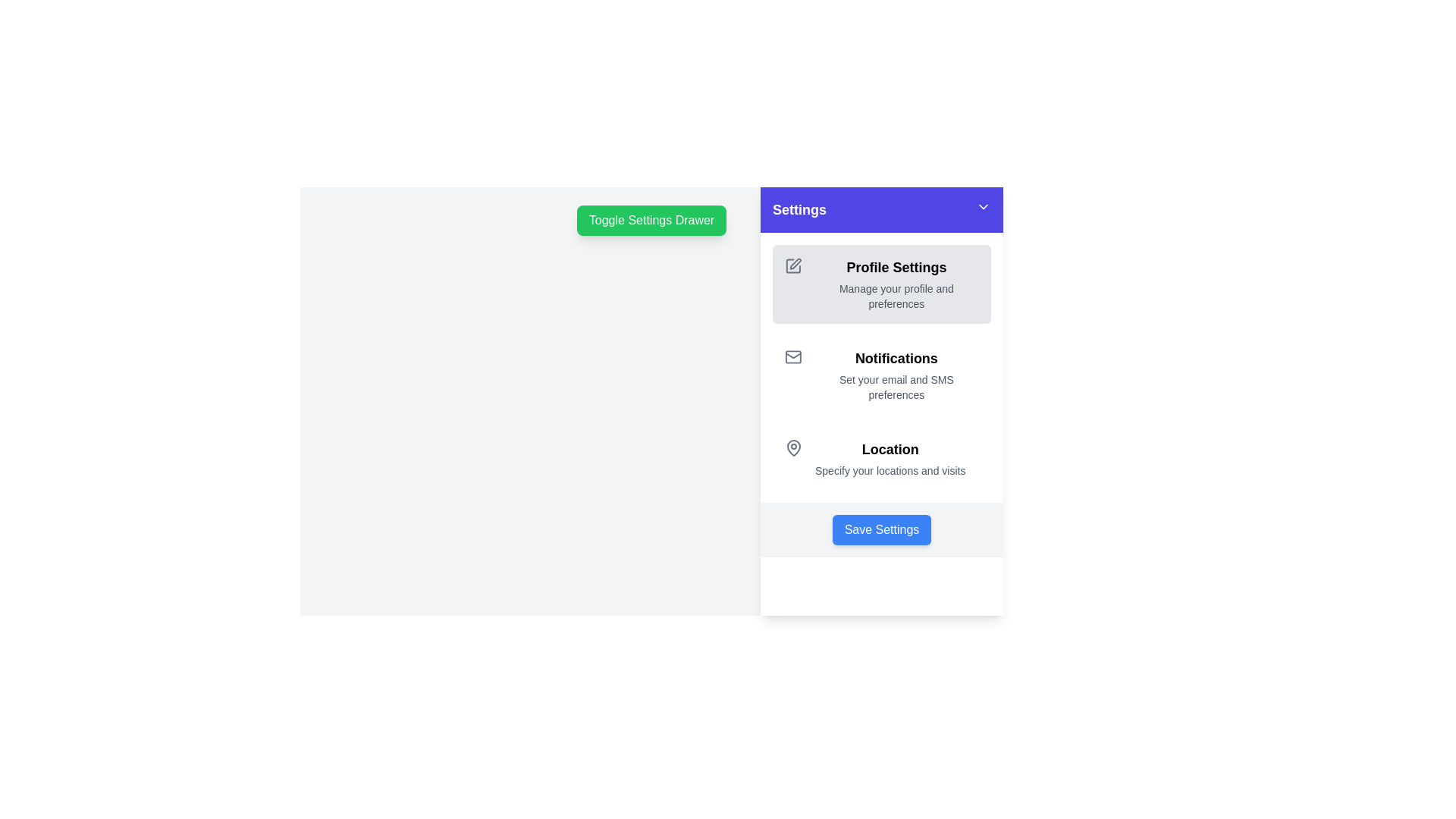  Describe the element at coordinates (881, 458) in the screenshot. I see `the third menu entry for location settings, located in the lower portion of the menu panel on the right side, below 'Notifications' and above 'Save Settings'` at that location.